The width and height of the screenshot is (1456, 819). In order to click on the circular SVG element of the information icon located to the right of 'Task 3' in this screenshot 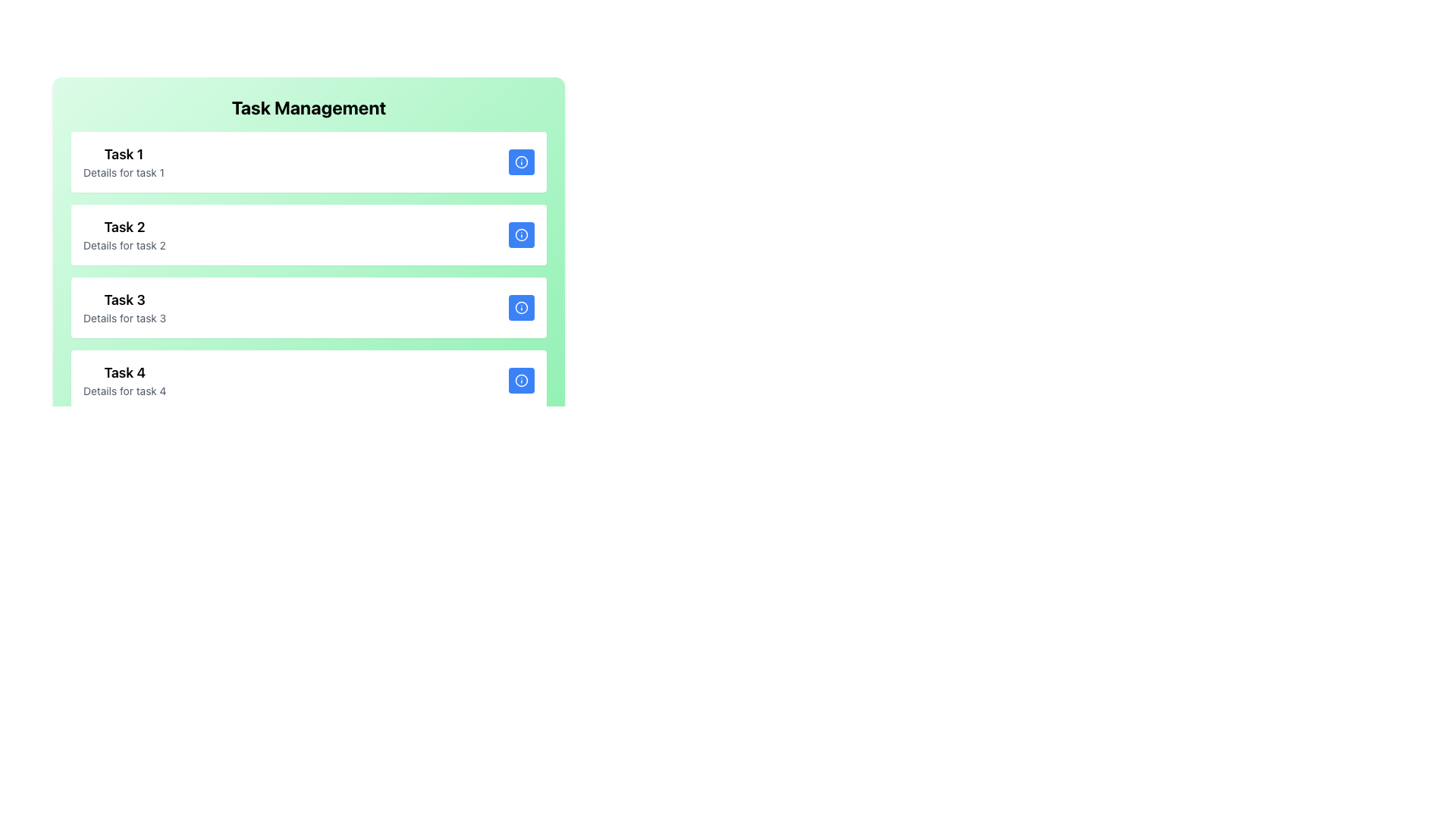, I will do `click(521, 307)`.